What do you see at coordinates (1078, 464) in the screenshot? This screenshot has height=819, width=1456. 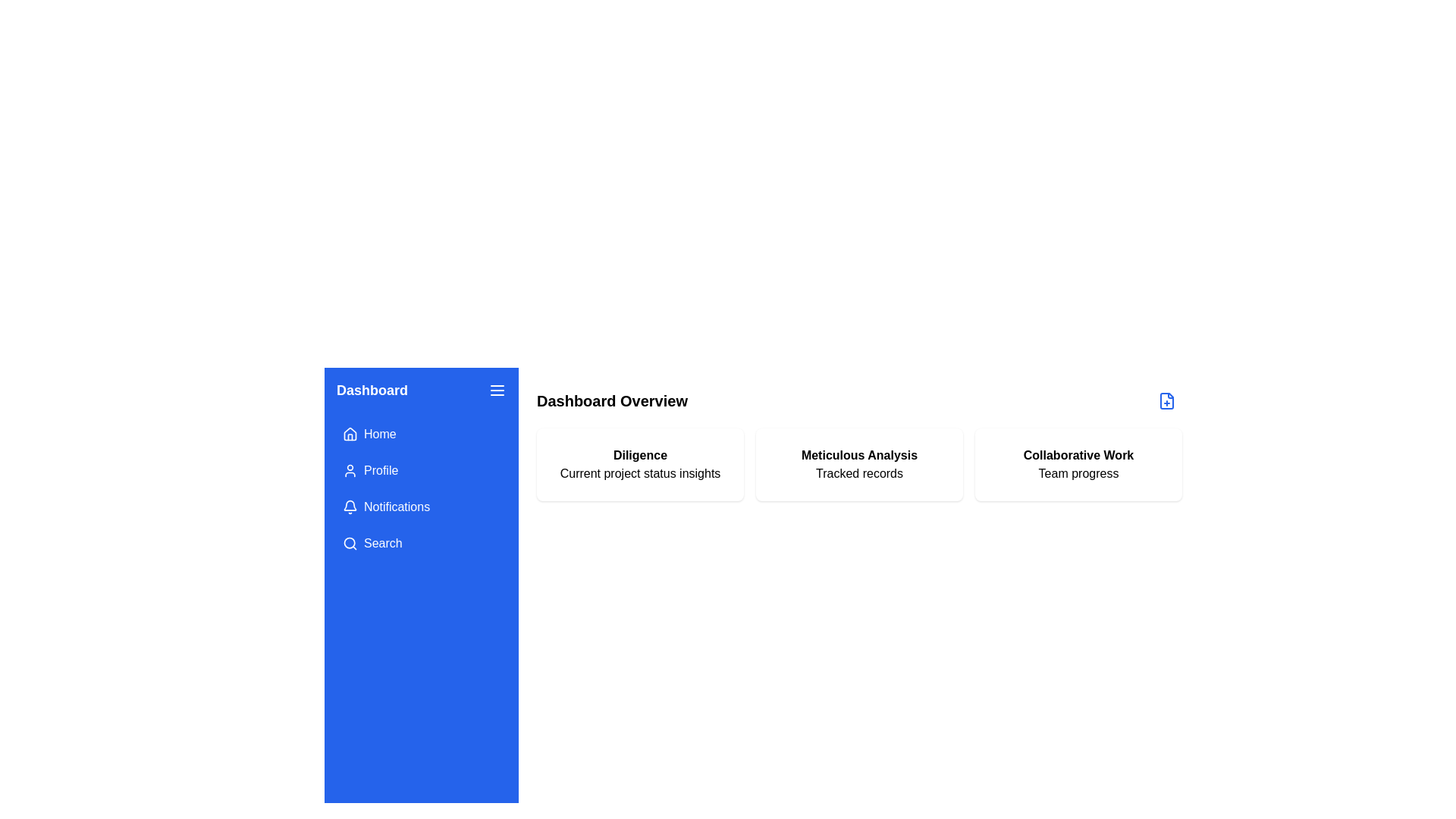 I see `the Informative card with bold text 'Collaborative Work' and smaller text 'Team progress', located in the third column of the grid beneath the 'Dashboard Overview' heading` at bounding box center [1078, 464].